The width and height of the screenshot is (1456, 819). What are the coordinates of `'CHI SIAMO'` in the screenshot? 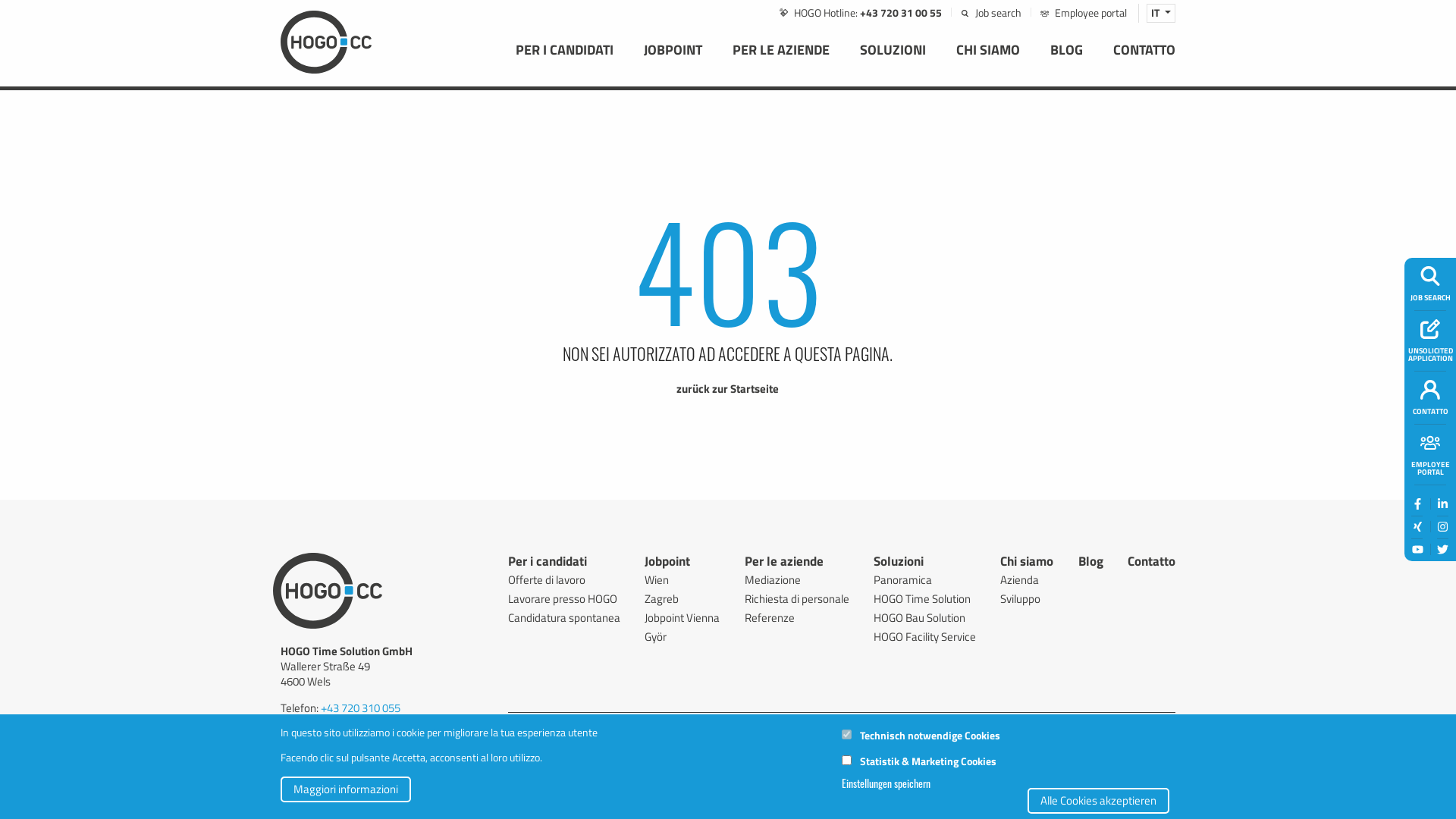 It's located at (987, 59).